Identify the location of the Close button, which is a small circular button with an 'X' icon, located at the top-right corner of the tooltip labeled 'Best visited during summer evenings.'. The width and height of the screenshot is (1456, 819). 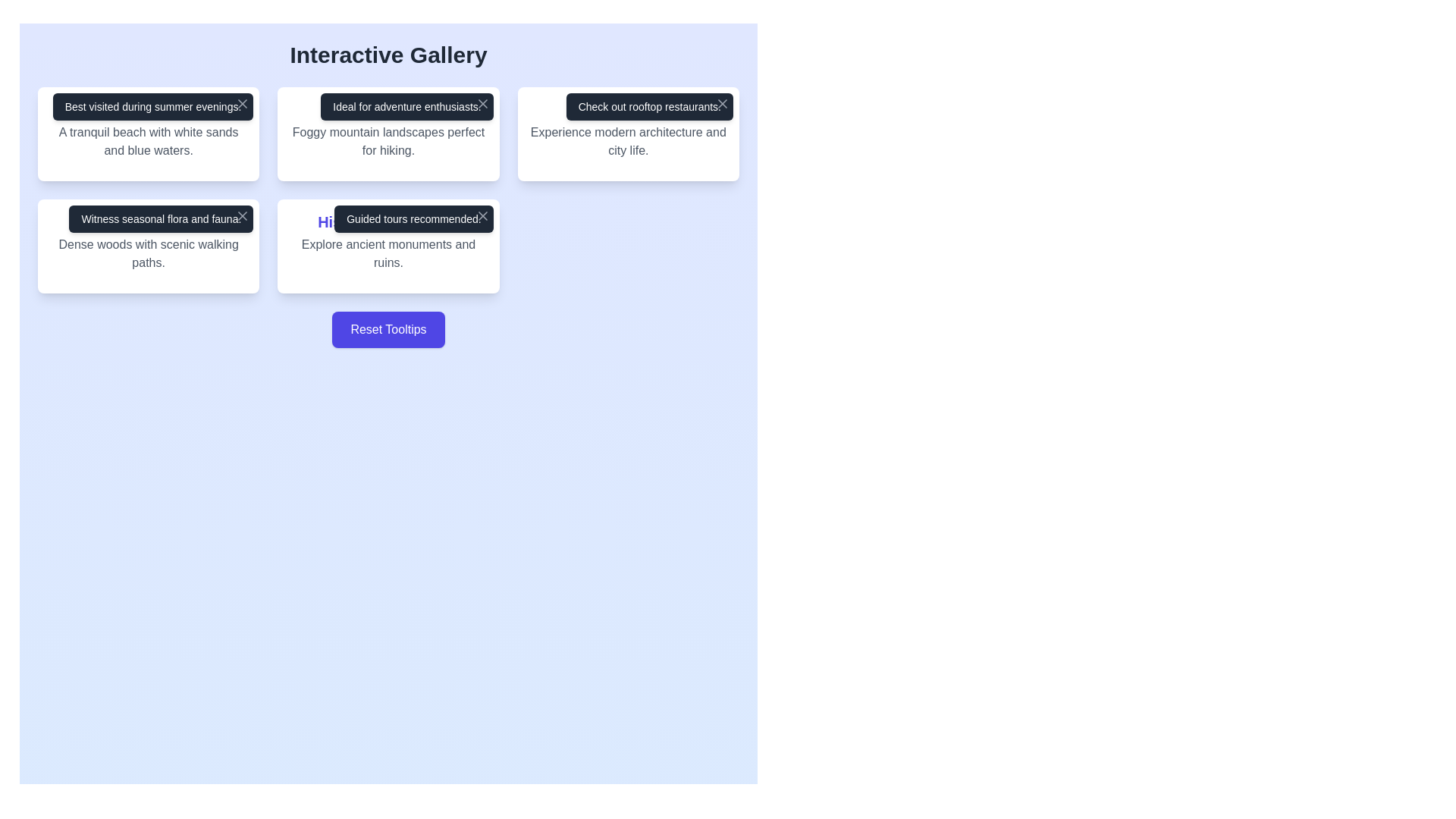
(243, 103).